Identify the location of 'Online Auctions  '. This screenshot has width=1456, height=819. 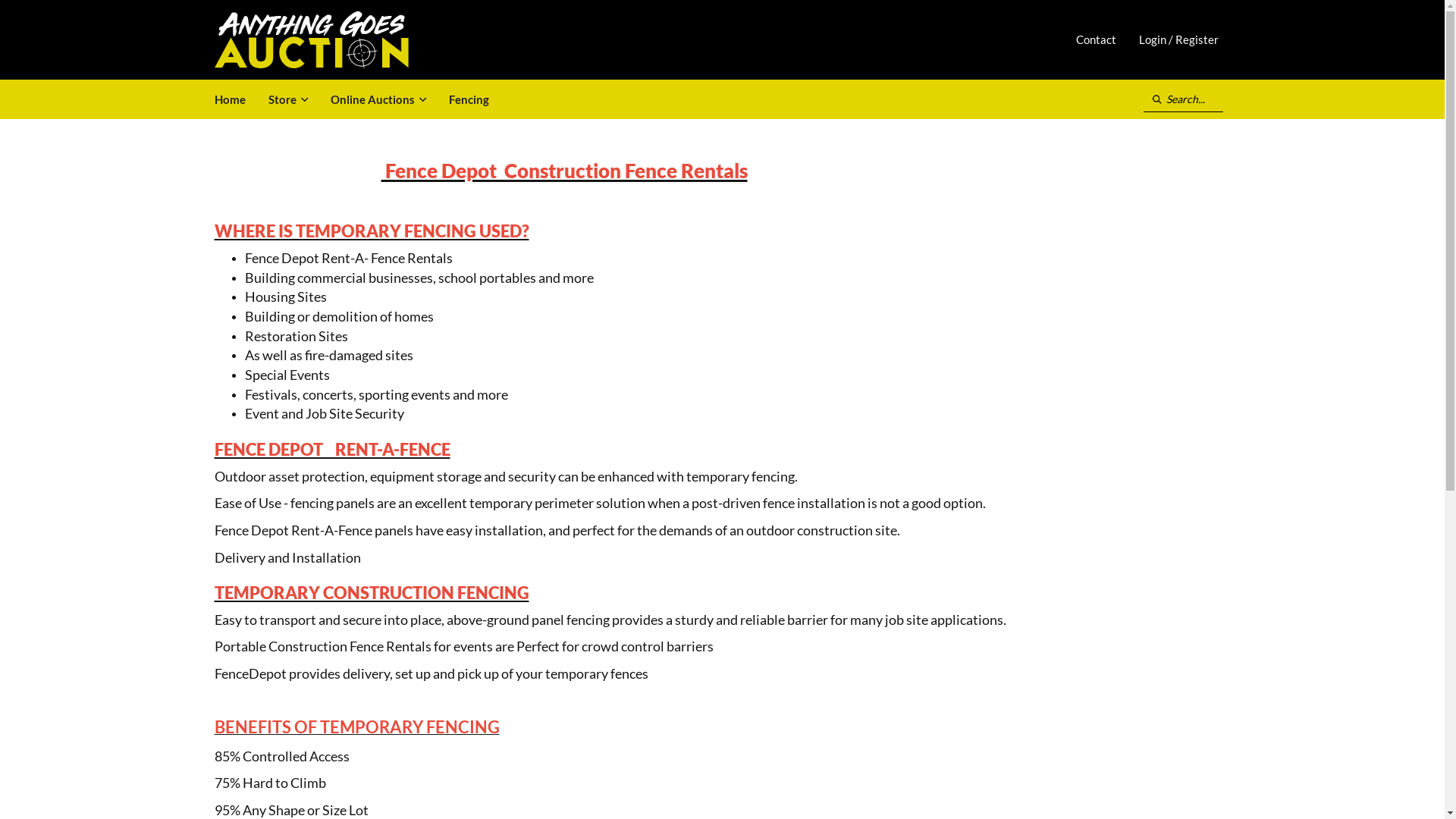
(318, 99).